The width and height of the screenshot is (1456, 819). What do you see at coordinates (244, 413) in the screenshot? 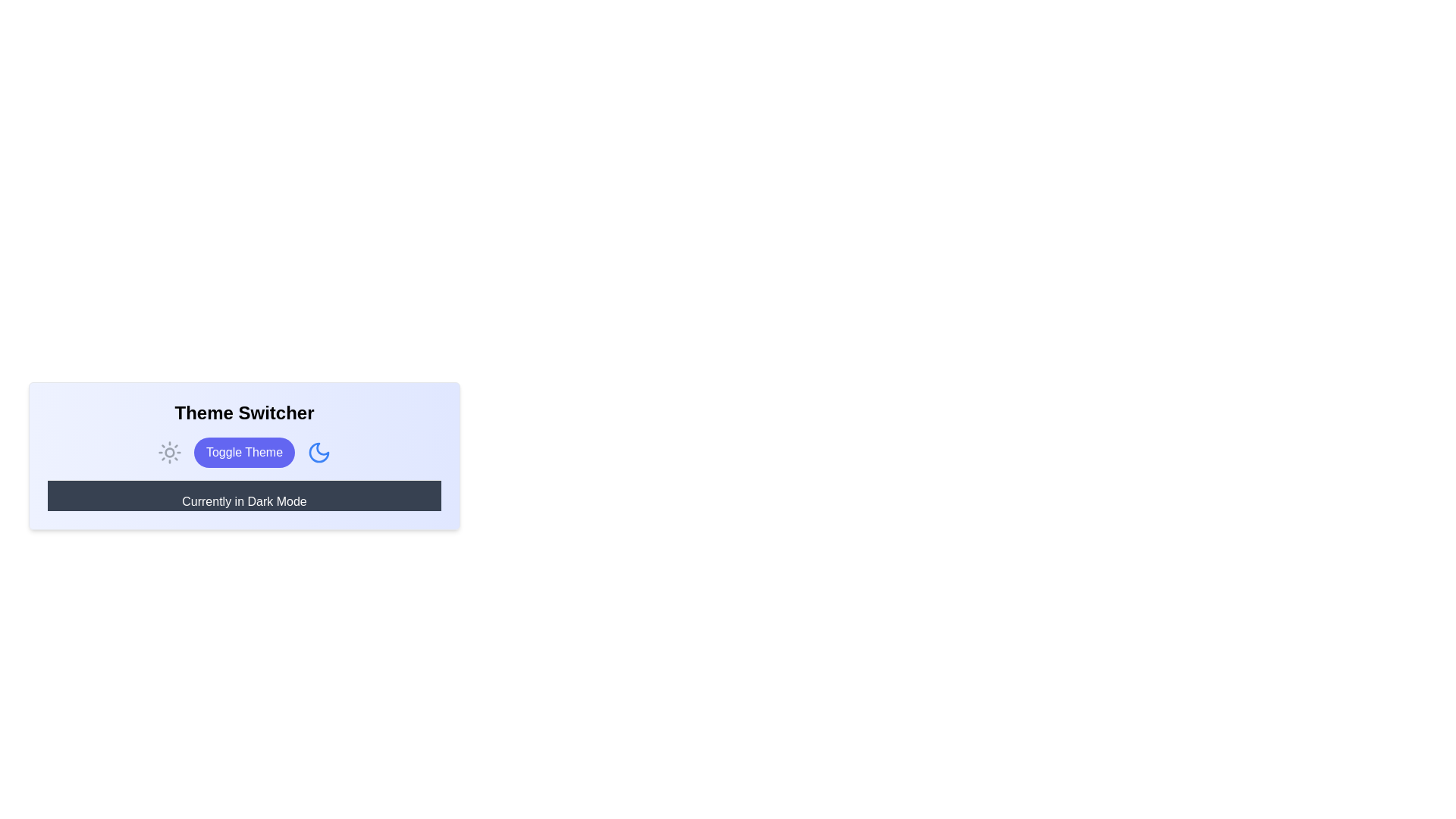
I see `the 'Theme Switcher' static text element, which displays the text in a bold and large font style, located at the top of a card with a gradient background` at bounding box center [244, 413].